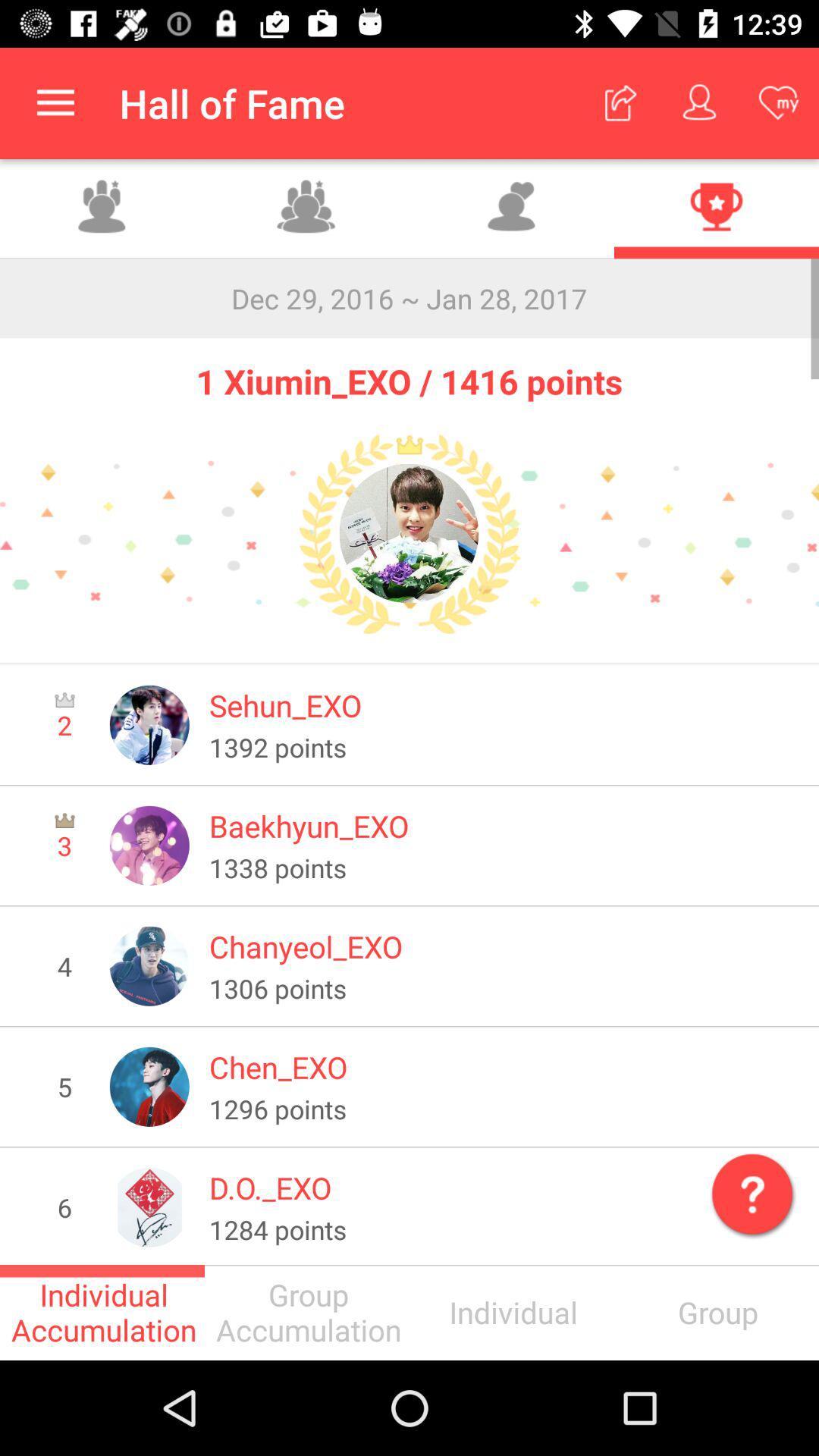 This screenshot has height=1456, width=819. I want to click on the text left to group, so click(512, 1312).